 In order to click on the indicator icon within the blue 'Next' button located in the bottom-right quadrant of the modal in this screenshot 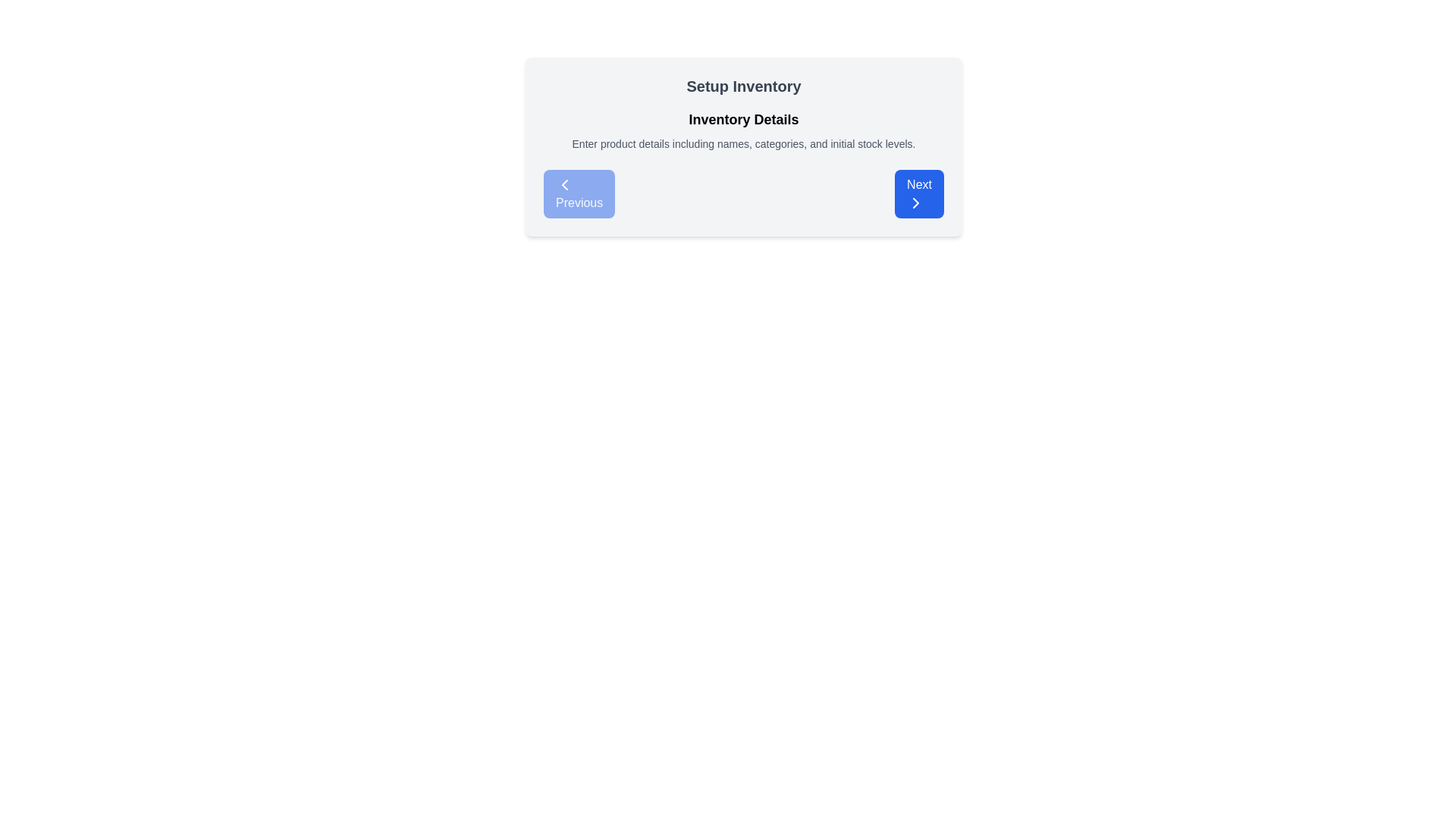, I will do `click(915, 202)`.